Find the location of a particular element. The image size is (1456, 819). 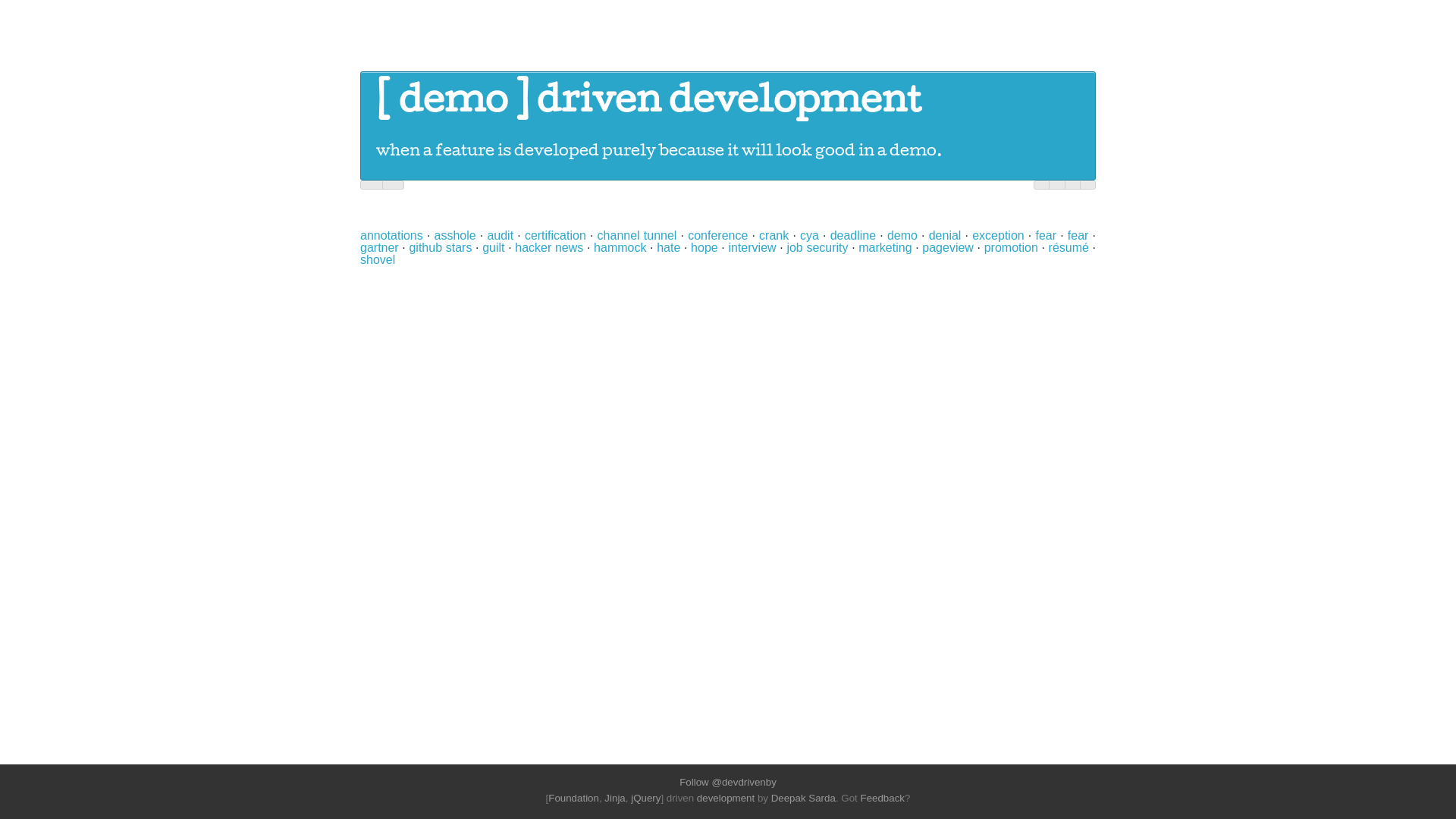

'gartner' is located at coordinates (359, 246).